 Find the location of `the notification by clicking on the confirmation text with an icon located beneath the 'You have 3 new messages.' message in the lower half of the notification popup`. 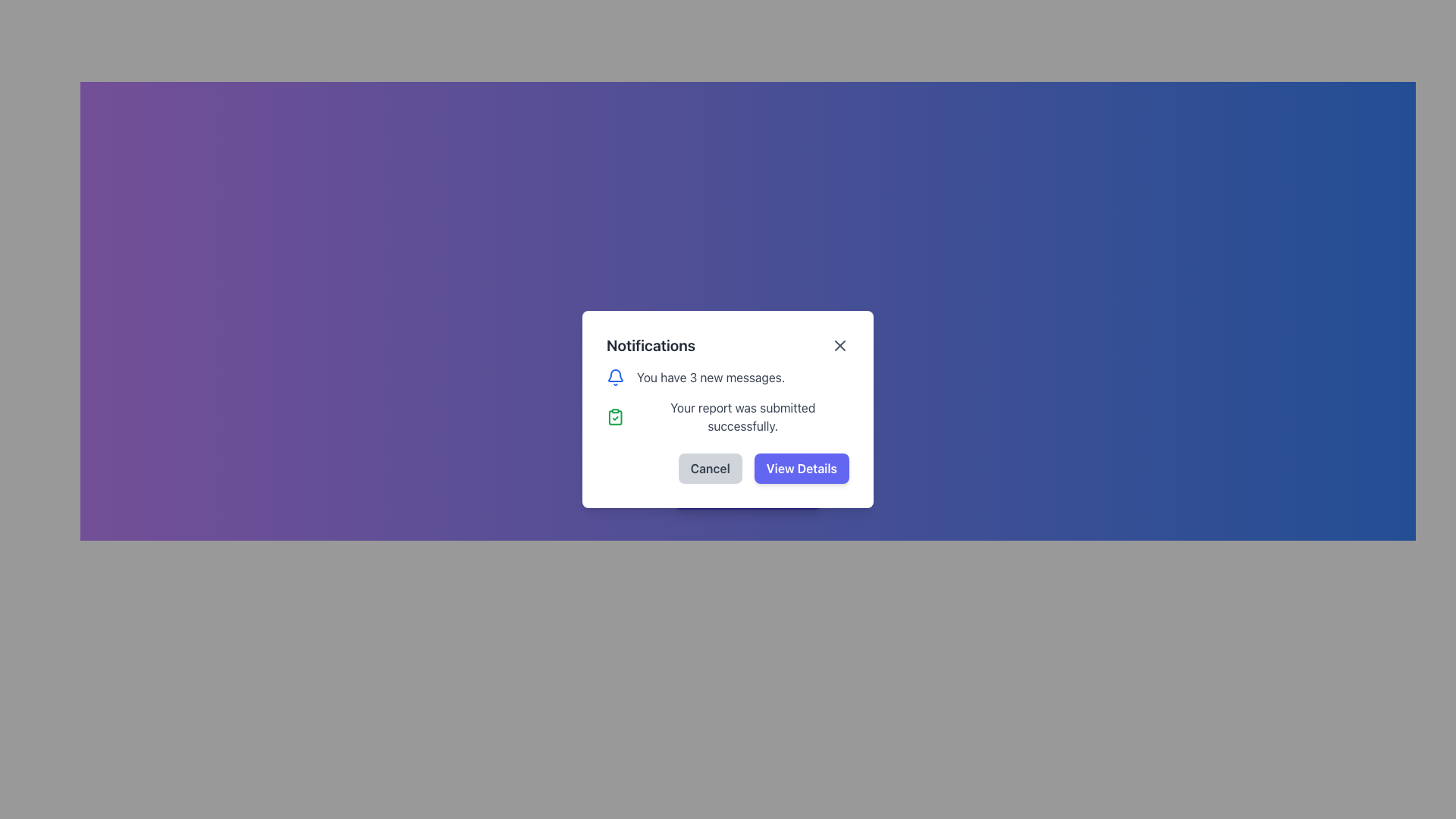

the notification by clicking on the confirmation text with an icon located beneath the 'You have 3 new messages.' message in the lower half of the notification popup is located at coordinates (728, 417).